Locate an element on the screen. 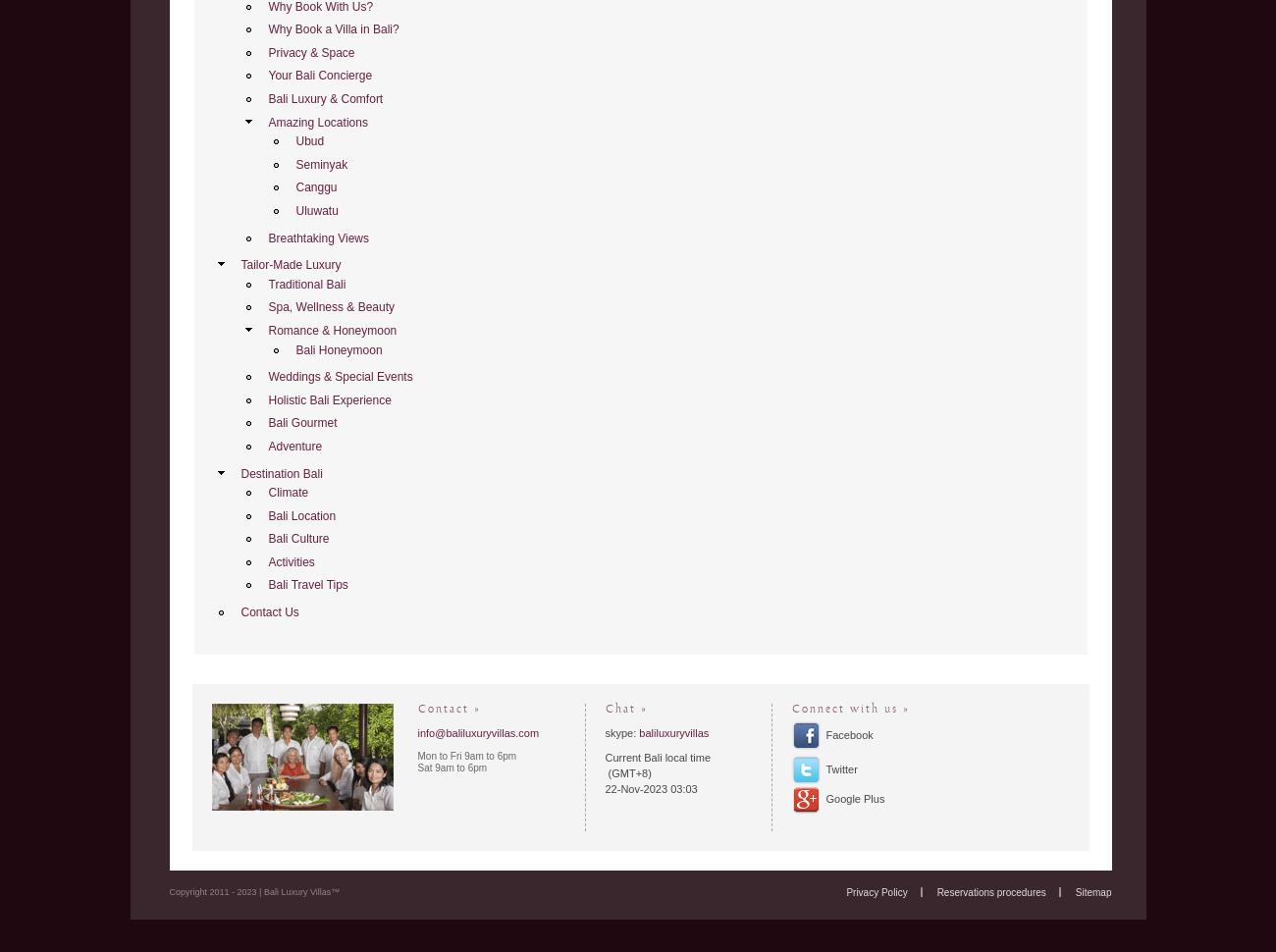 Image resolution: width=1276 pixels, height=952 pixels. 'Copyright 2011 - 2023 | Bali Luxury Villas™' is located at coordinates (252, 891).